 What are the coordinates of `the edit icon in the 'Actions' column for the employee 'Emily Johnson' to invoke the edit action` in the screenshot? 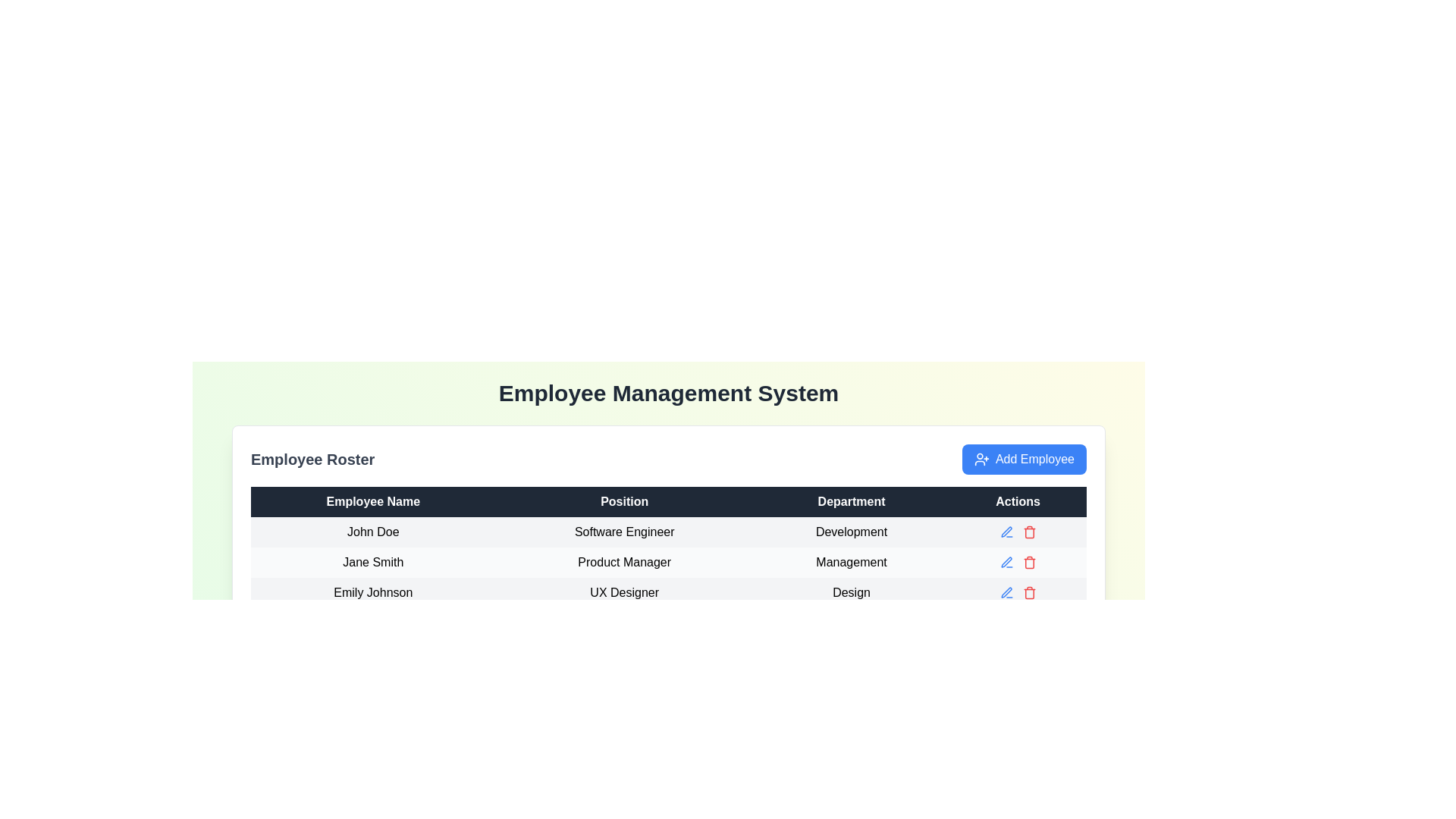 It's located at (1006, 591).